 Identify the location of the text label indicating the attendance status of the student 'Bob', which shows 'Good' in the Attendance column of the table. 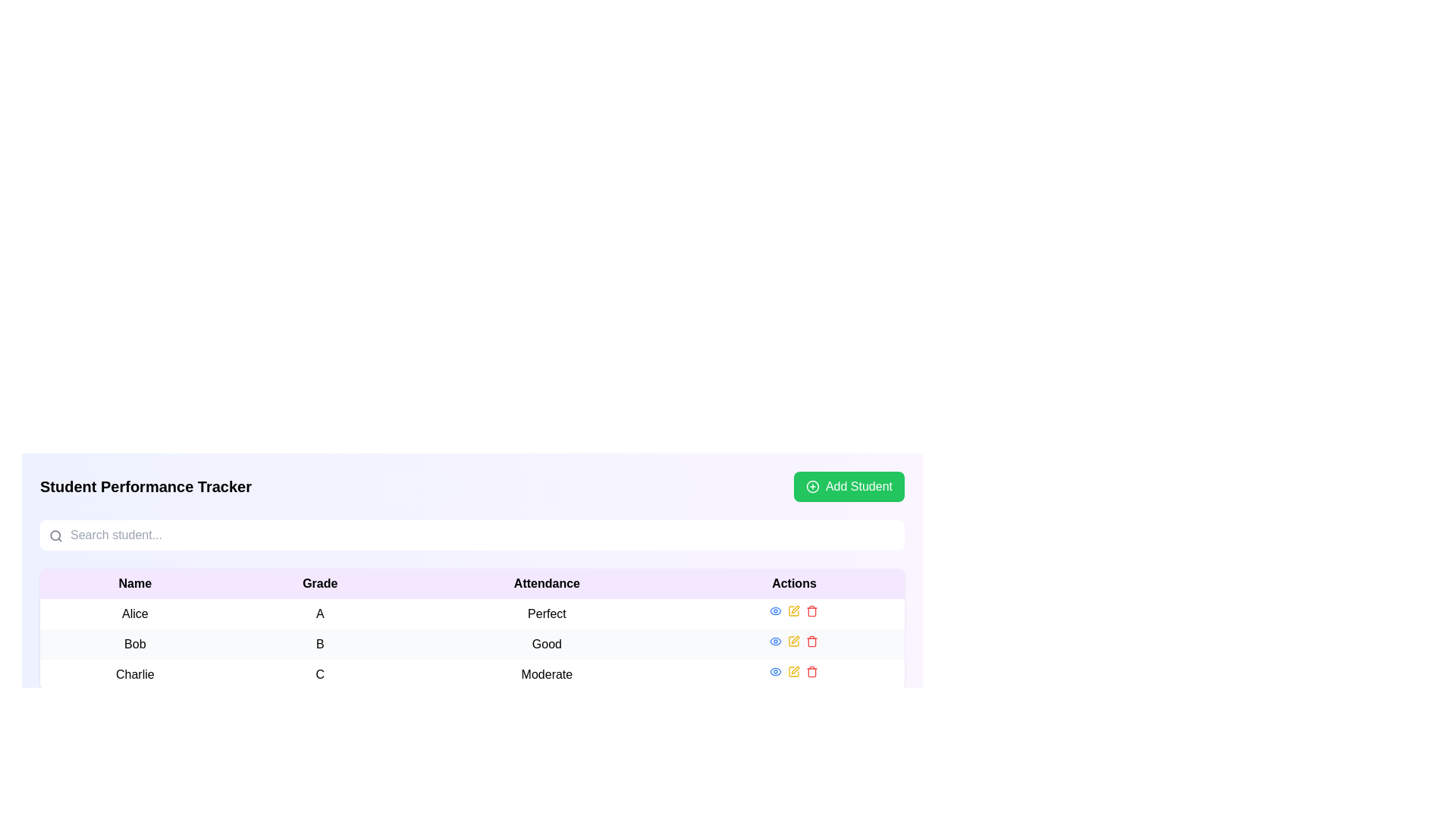
(546, 644).